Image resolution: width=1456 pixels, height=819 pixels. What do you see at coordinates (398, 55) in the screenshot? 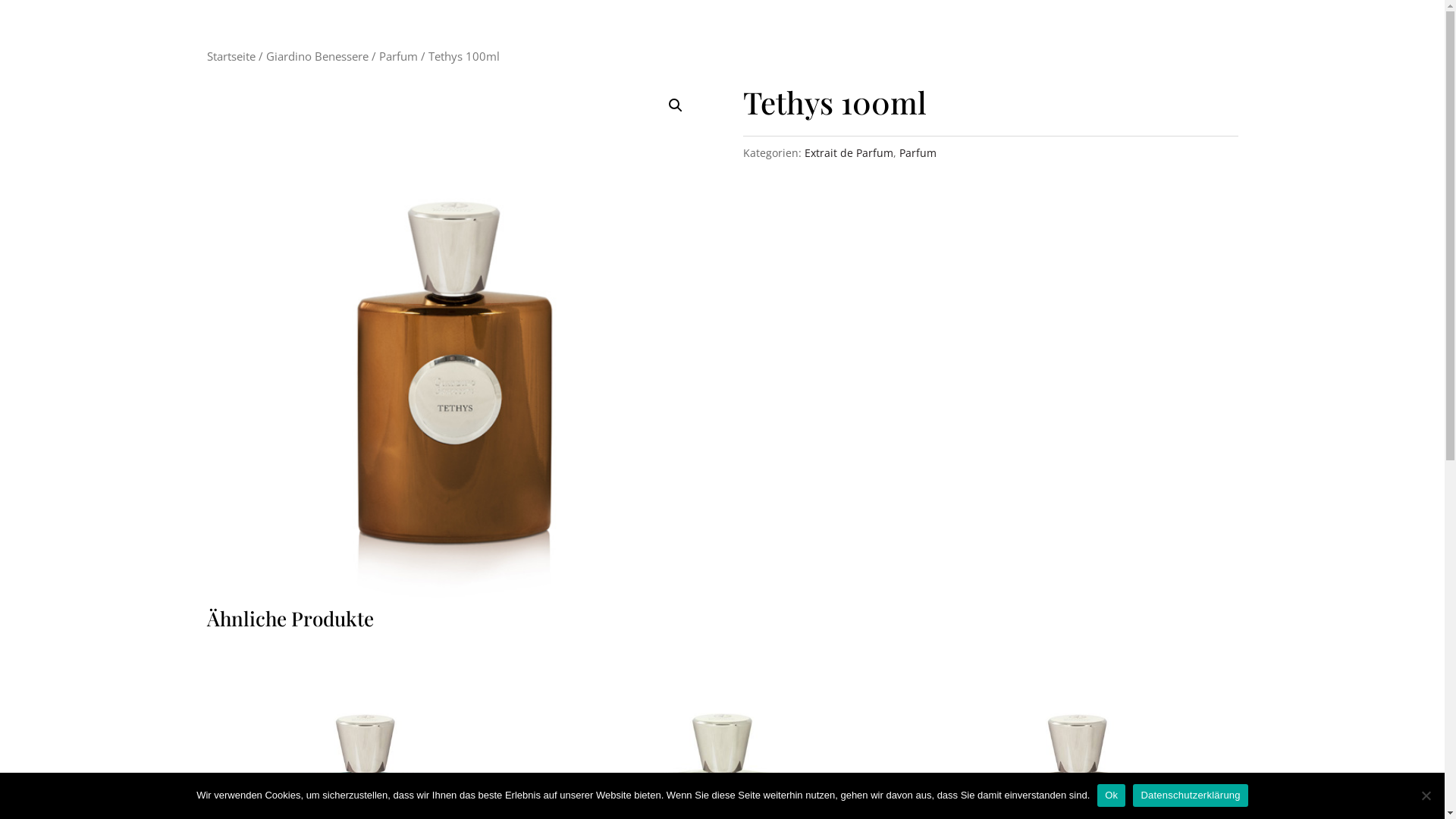
I see `'Parfum'` at bounding box center [398, 55].